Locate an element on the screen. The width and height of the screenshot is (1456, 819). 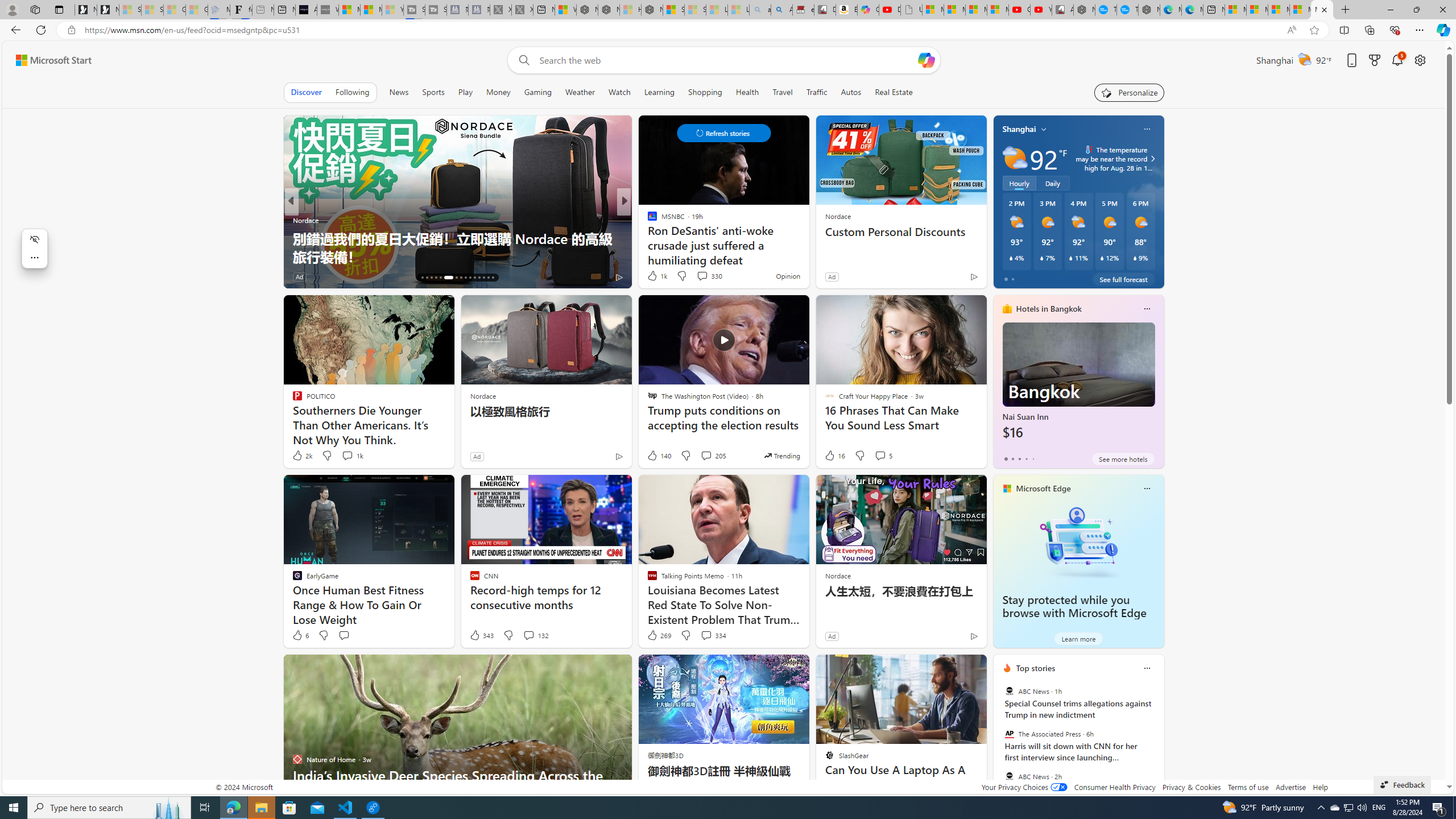
'View comments 2 Comment' is located at coordinates (698, 276).